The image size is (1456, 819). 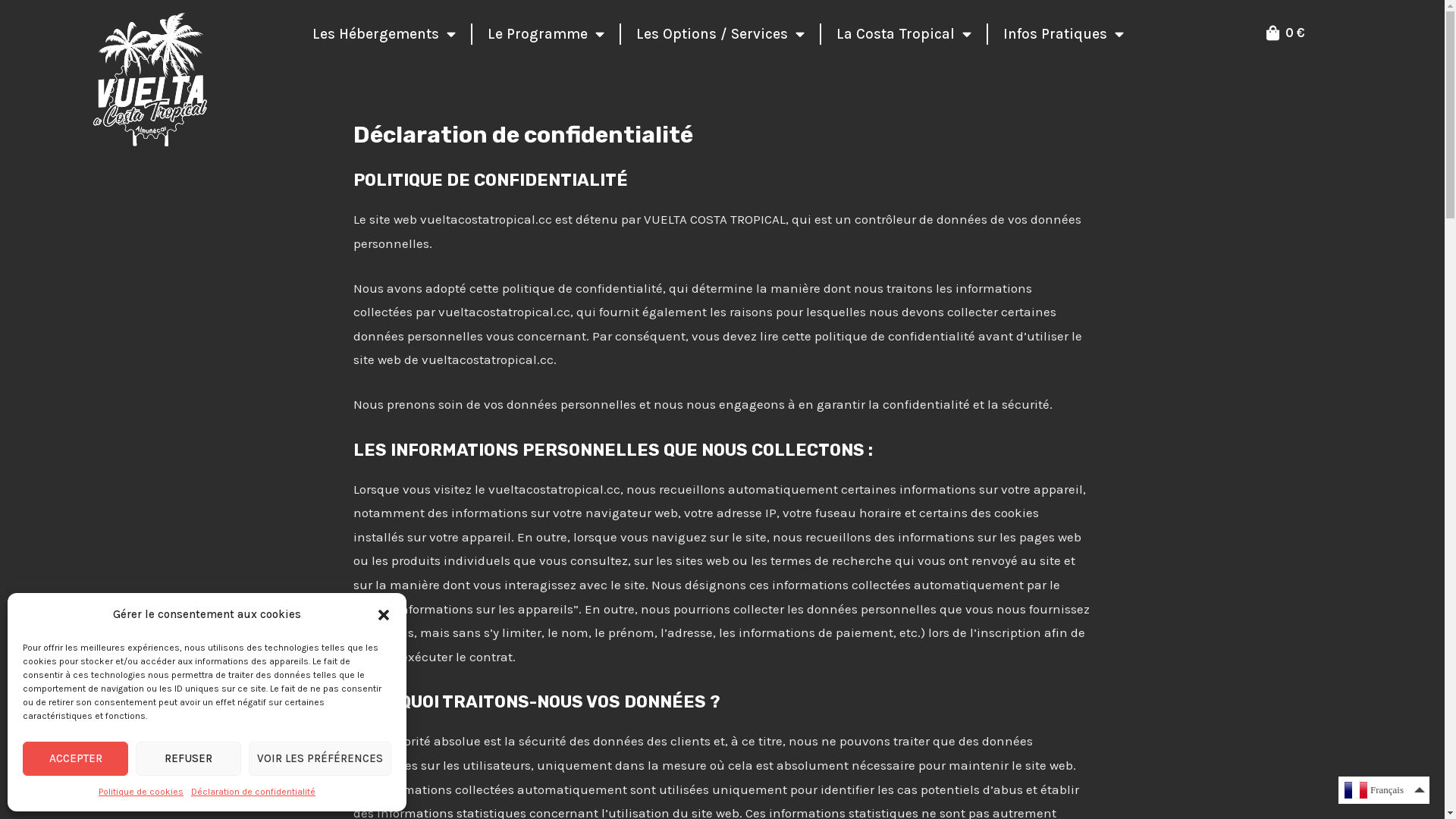 What do you see at coordinates (187, 758) in the screenshot?
I see `'REFUSER'` at bounding box center [187, 758].